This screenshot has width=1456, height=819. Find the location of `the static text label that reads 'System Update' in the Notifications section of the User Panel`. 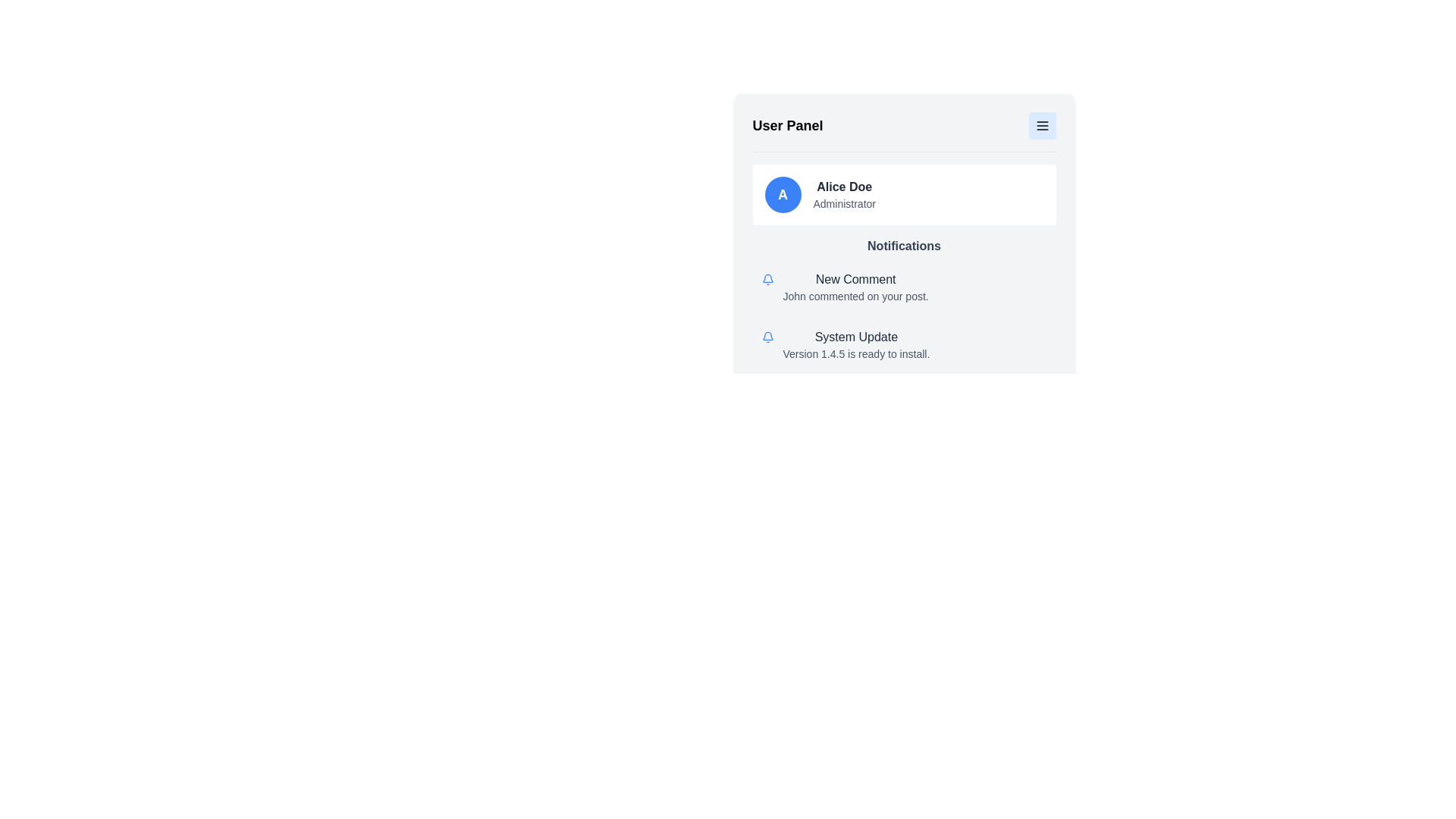

the static text label that reads 'System Update' in the Notifications section of the User Panel is located at coordinates (856, 336).